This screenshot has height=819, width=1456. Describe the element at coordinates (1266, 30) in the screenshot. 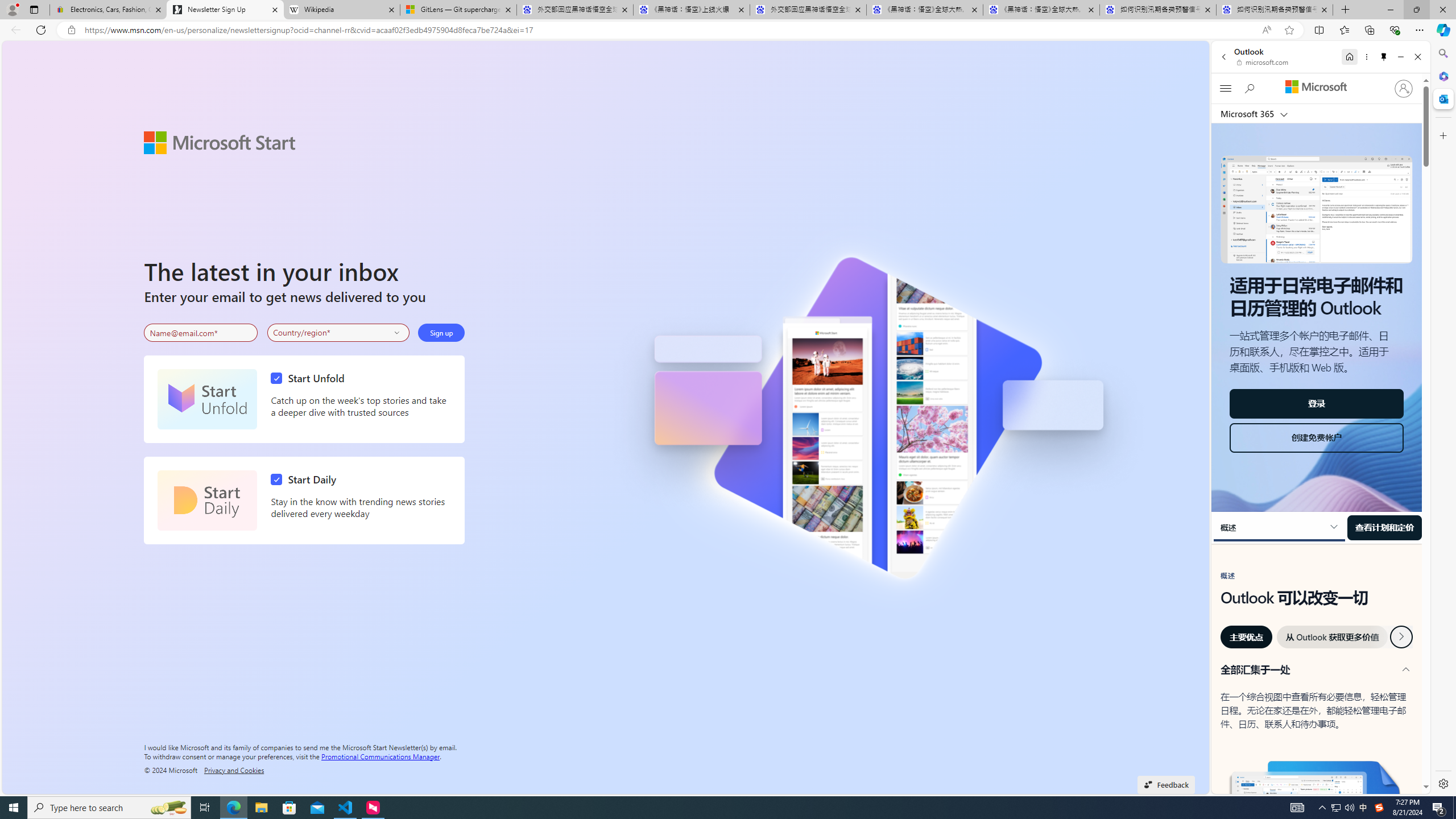

I see `'Read aloud this page (Ctrl+Shift+U)'` at that location.